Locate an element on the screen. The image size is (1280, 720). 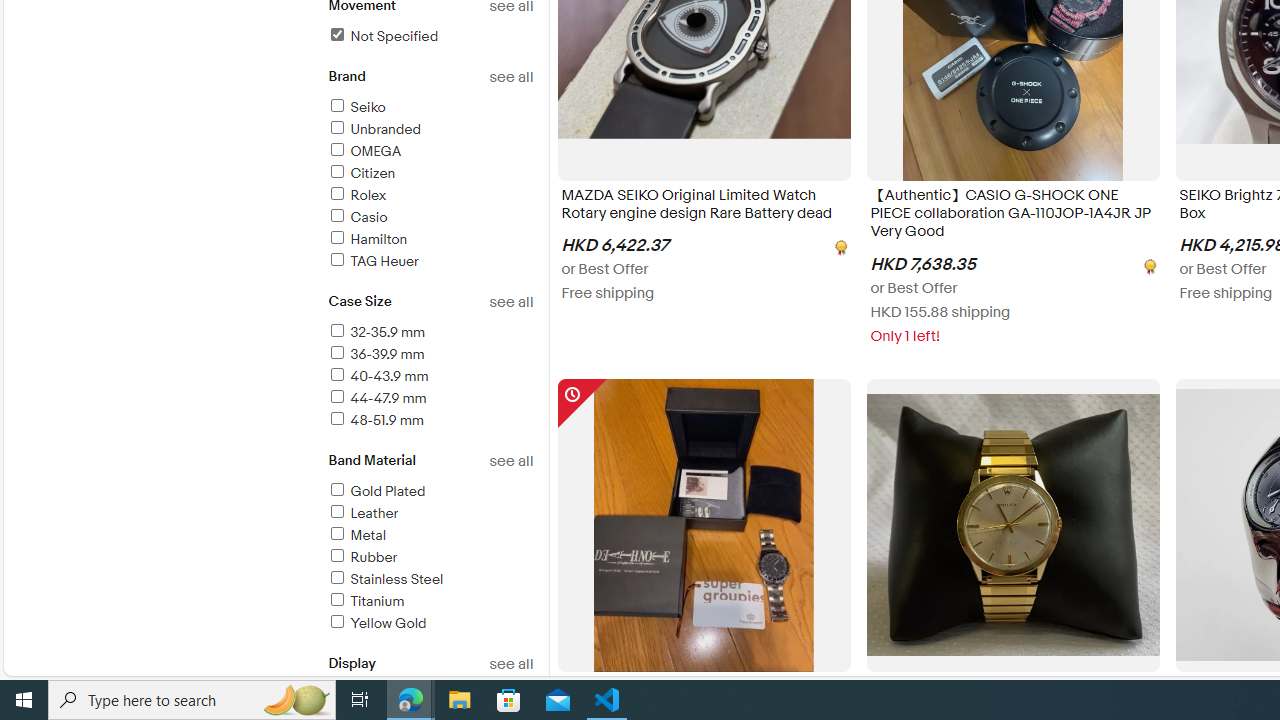
'Seiko' is located at coordinates (429, 108).